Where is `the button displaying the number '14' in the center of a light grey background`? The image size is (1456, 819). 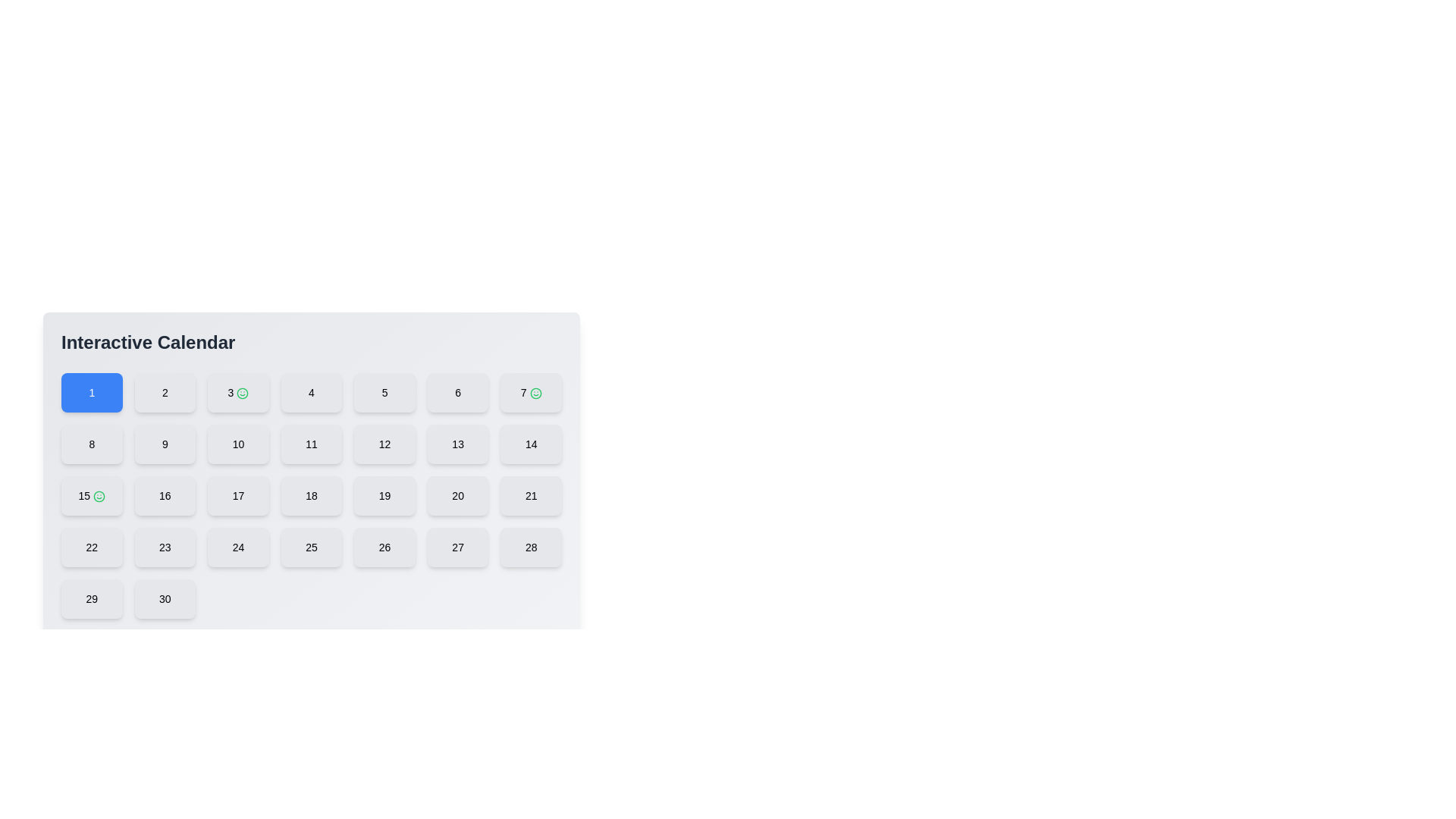
the button displaying the number '14' in the center of a light grey background is located at coordinates (531, 444).